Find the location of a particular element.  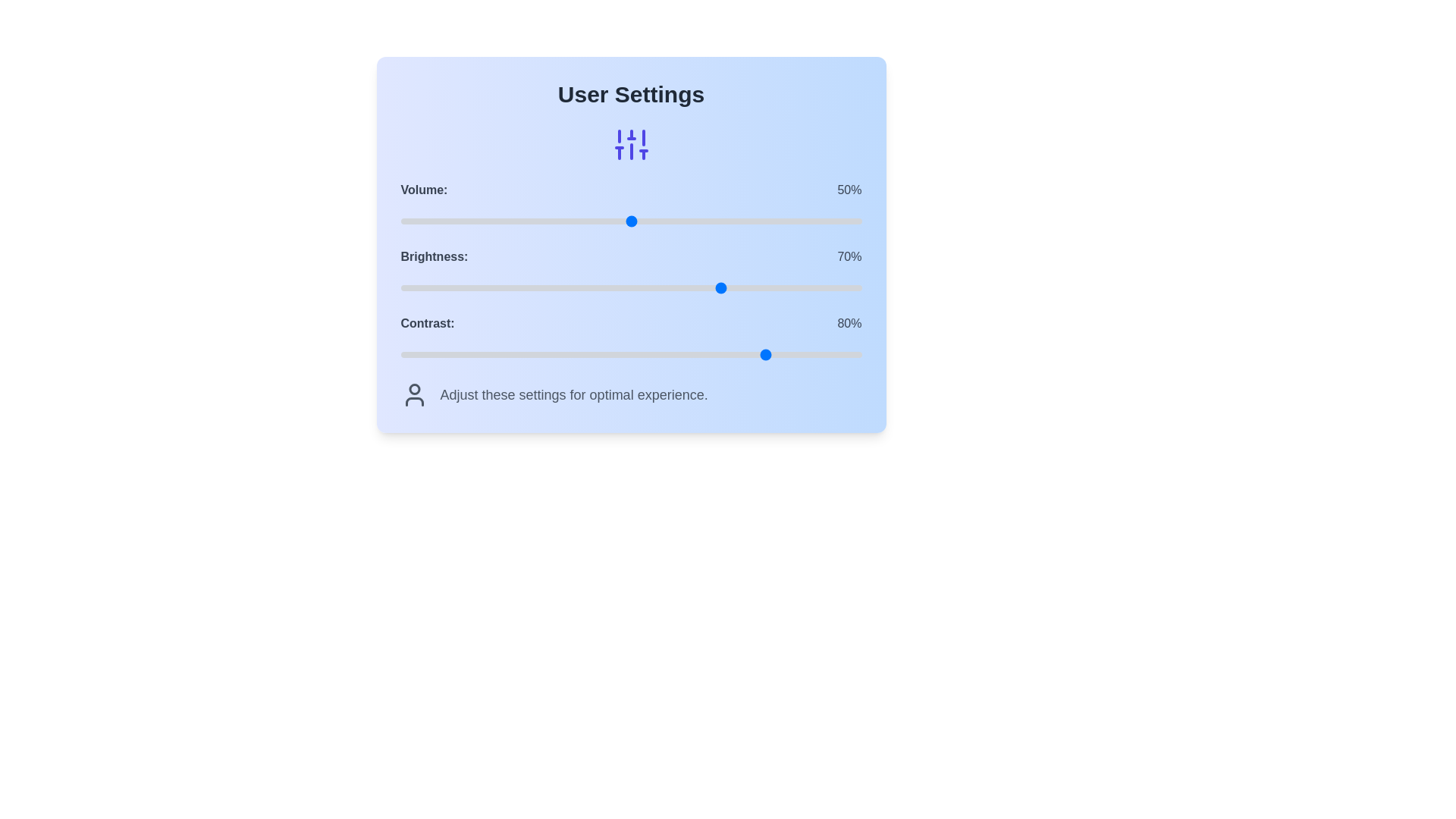

the contrast is located at coordinates (622, 354).